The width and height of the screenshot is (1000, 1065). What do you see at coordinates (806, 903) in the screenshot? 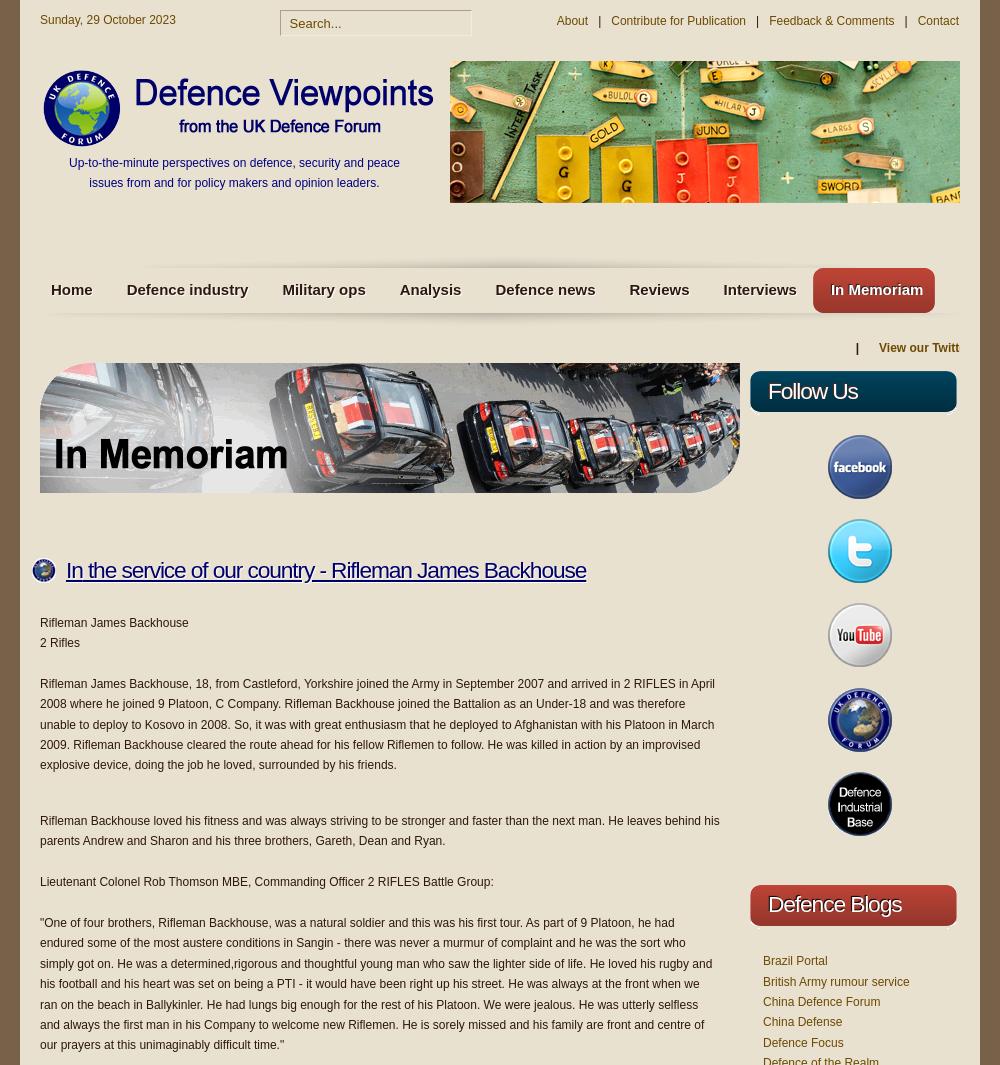
I see `'Defence'` at bounding box center [806, 903].